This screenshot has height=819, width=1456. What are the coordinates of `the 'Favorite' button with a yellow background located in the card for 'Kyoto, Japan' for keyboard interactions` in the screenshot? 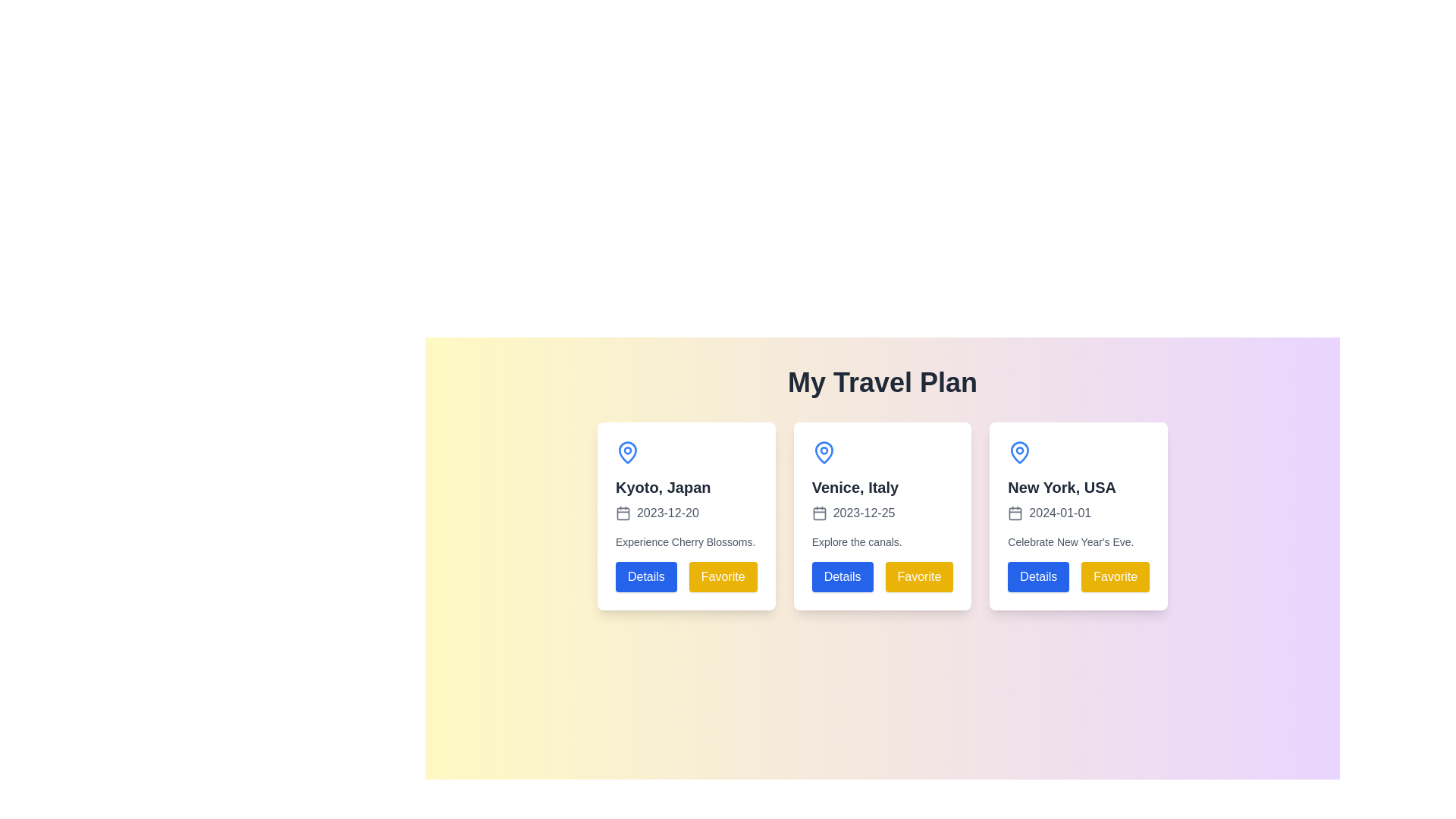 It's located at (722, 576).